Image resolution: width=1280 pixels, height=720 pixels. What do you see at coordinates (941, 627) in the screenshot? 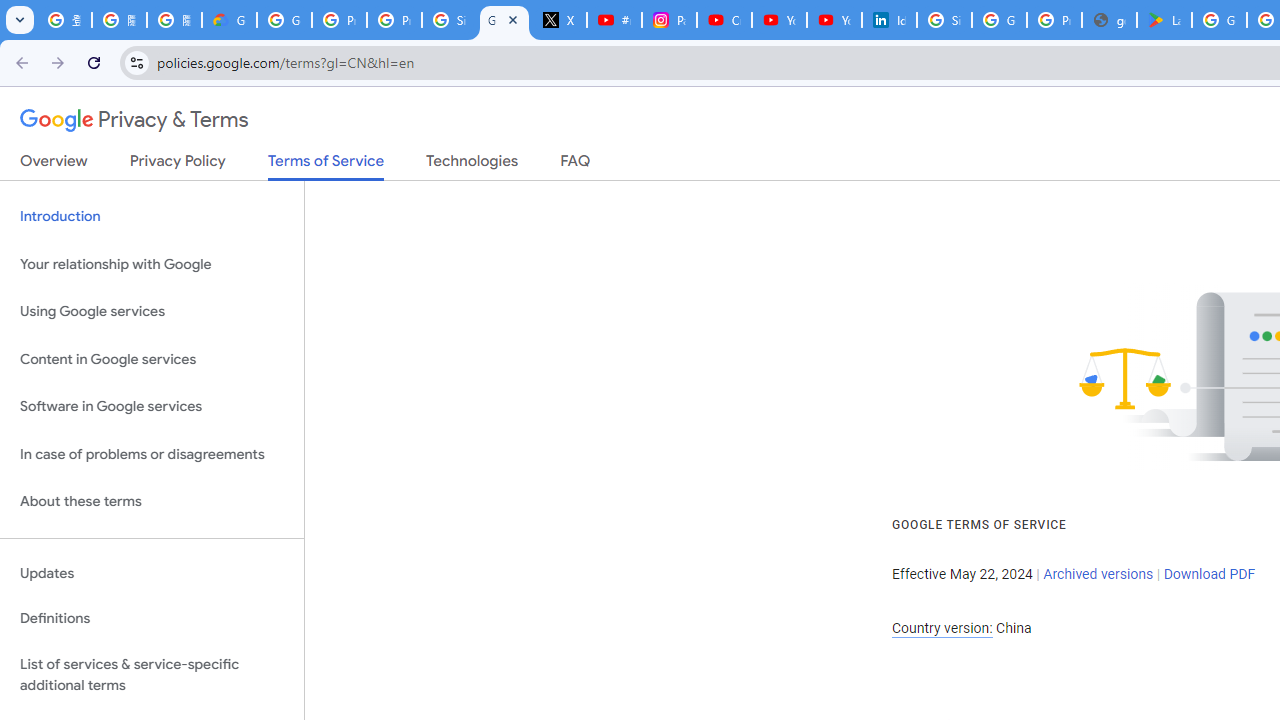
I see `'Country version:'` at bounding box center [941, 627].